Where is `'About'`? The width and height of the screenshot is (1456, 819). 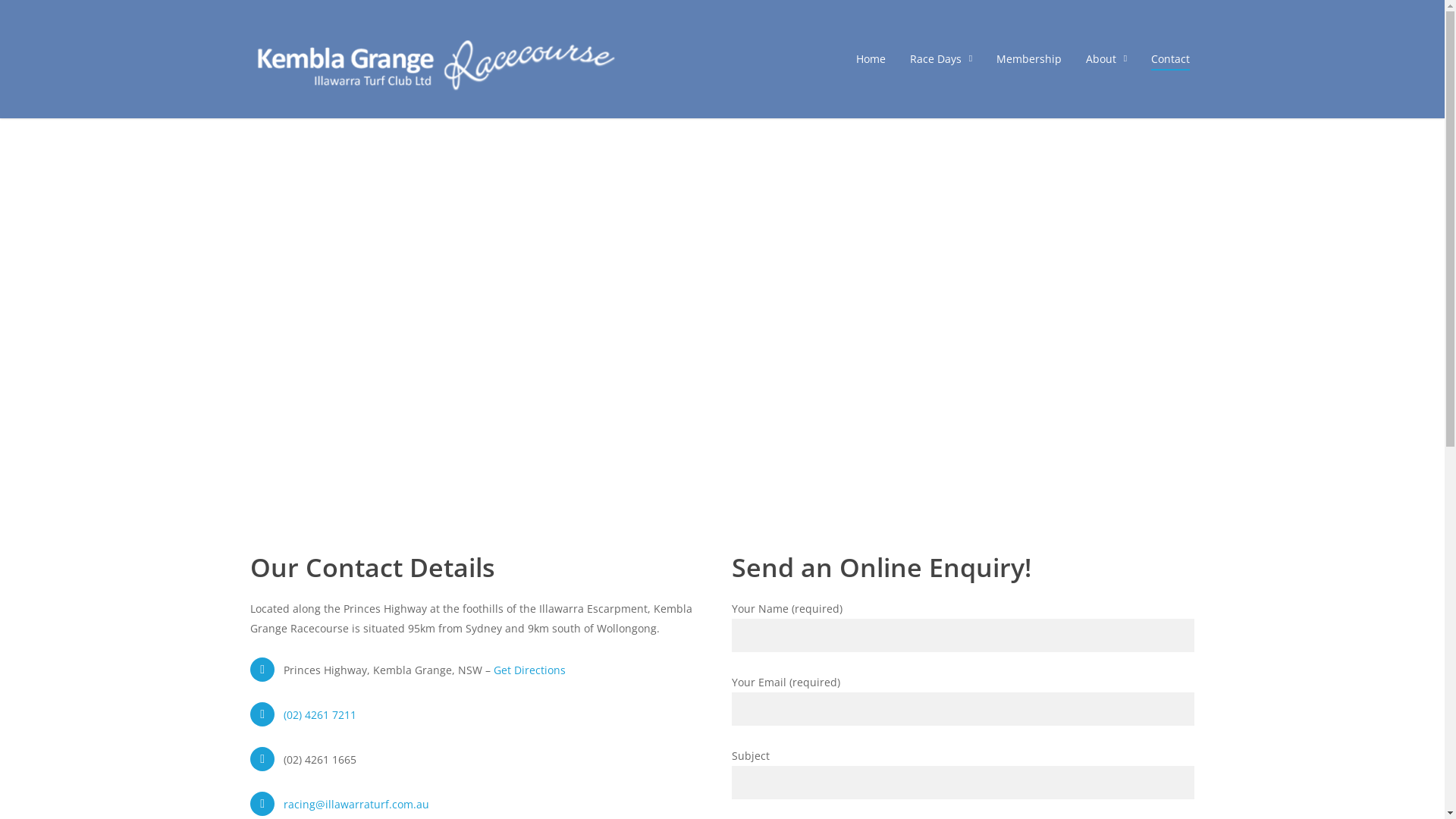 'About' is located at coordinates (1106, 58).